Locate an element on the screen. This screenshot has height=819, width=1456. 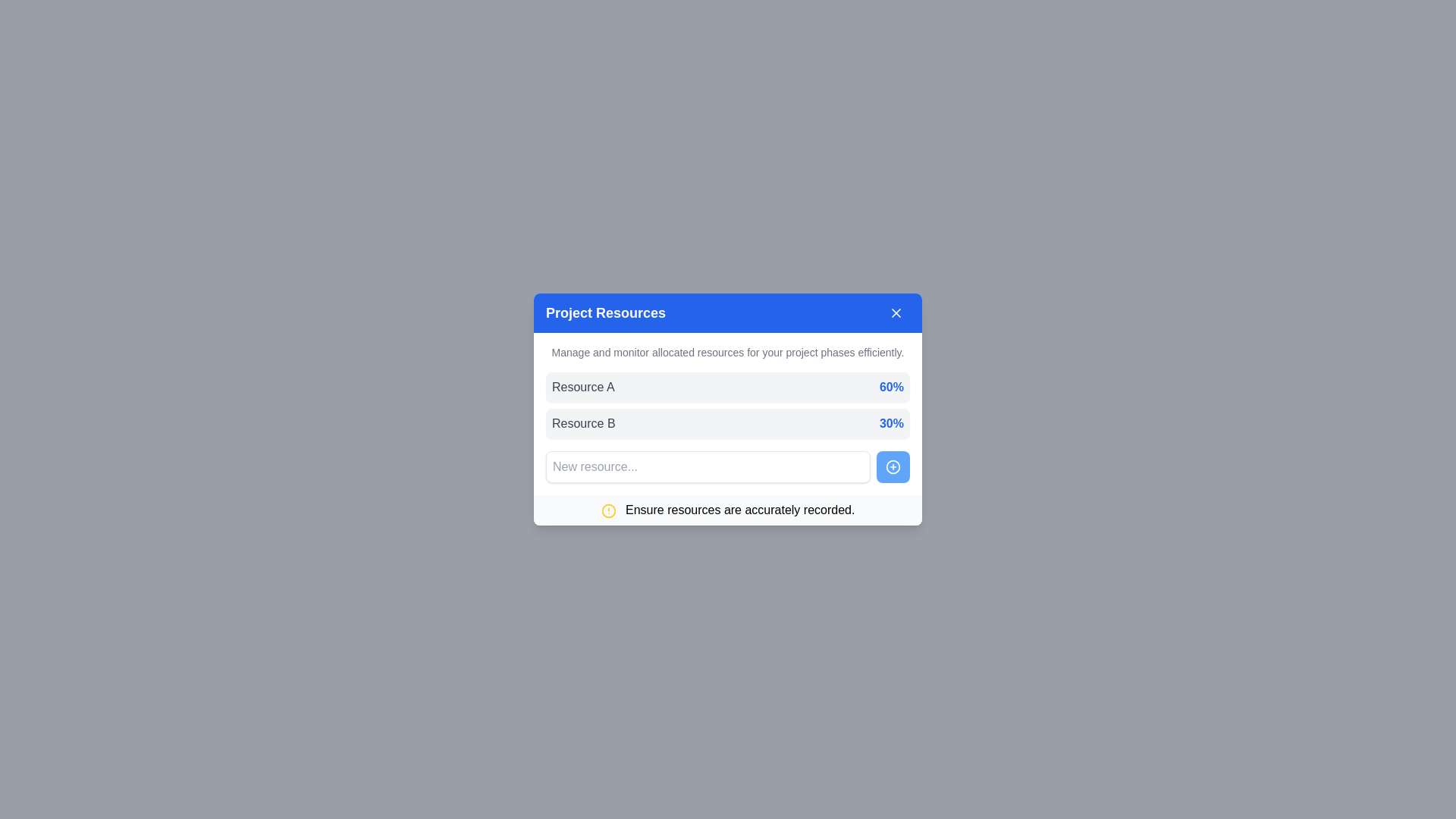
the static text label that identifies a resource, located in the second row of the modal window, to the left of the numerical value '30%' is located at coordinates (582, 424).